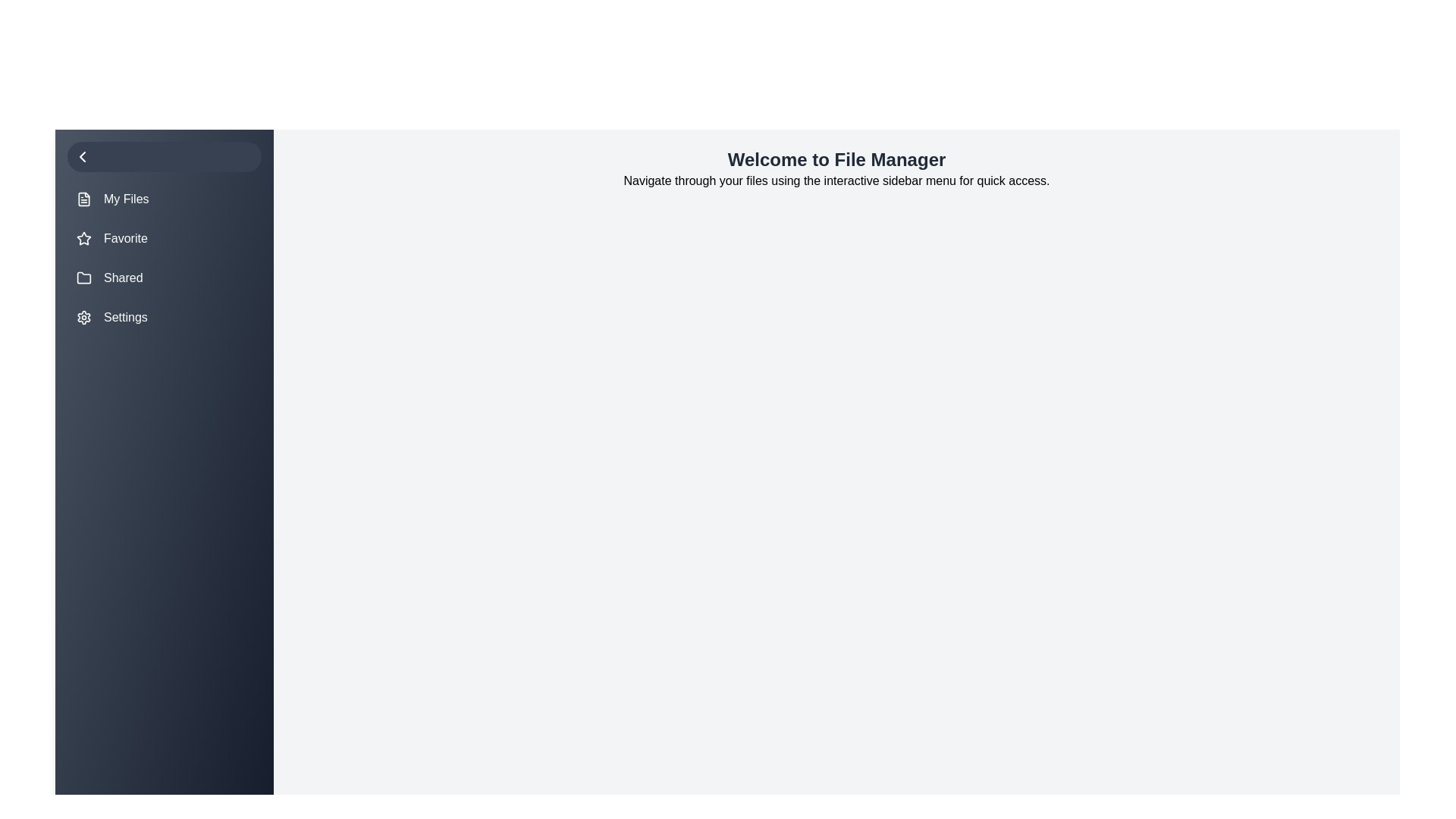  I want to click on the menu item Shared to highlight it, so click(164, 278).